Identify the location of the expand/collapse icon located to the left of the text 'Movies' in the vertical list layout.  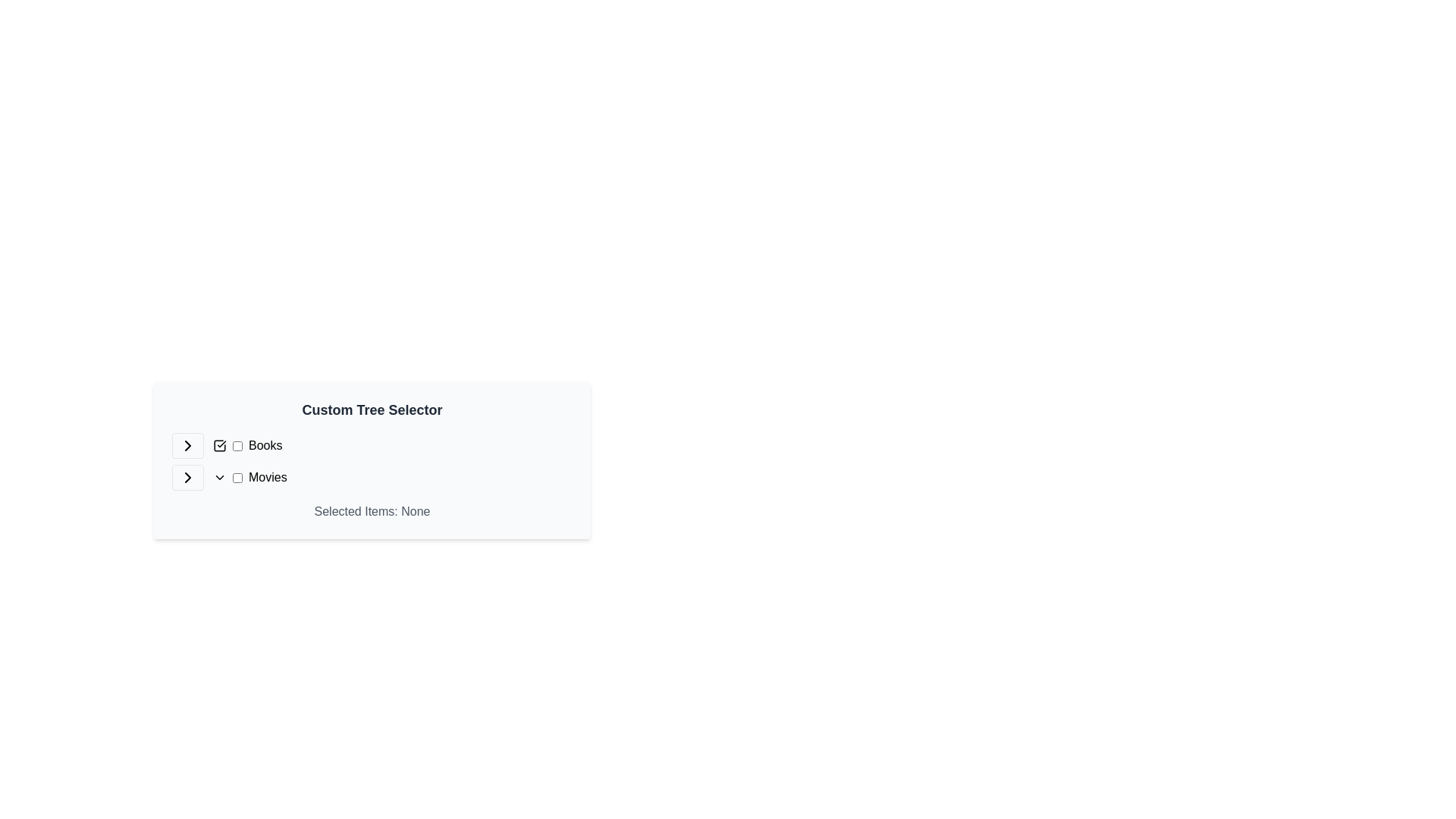
(187, 476).